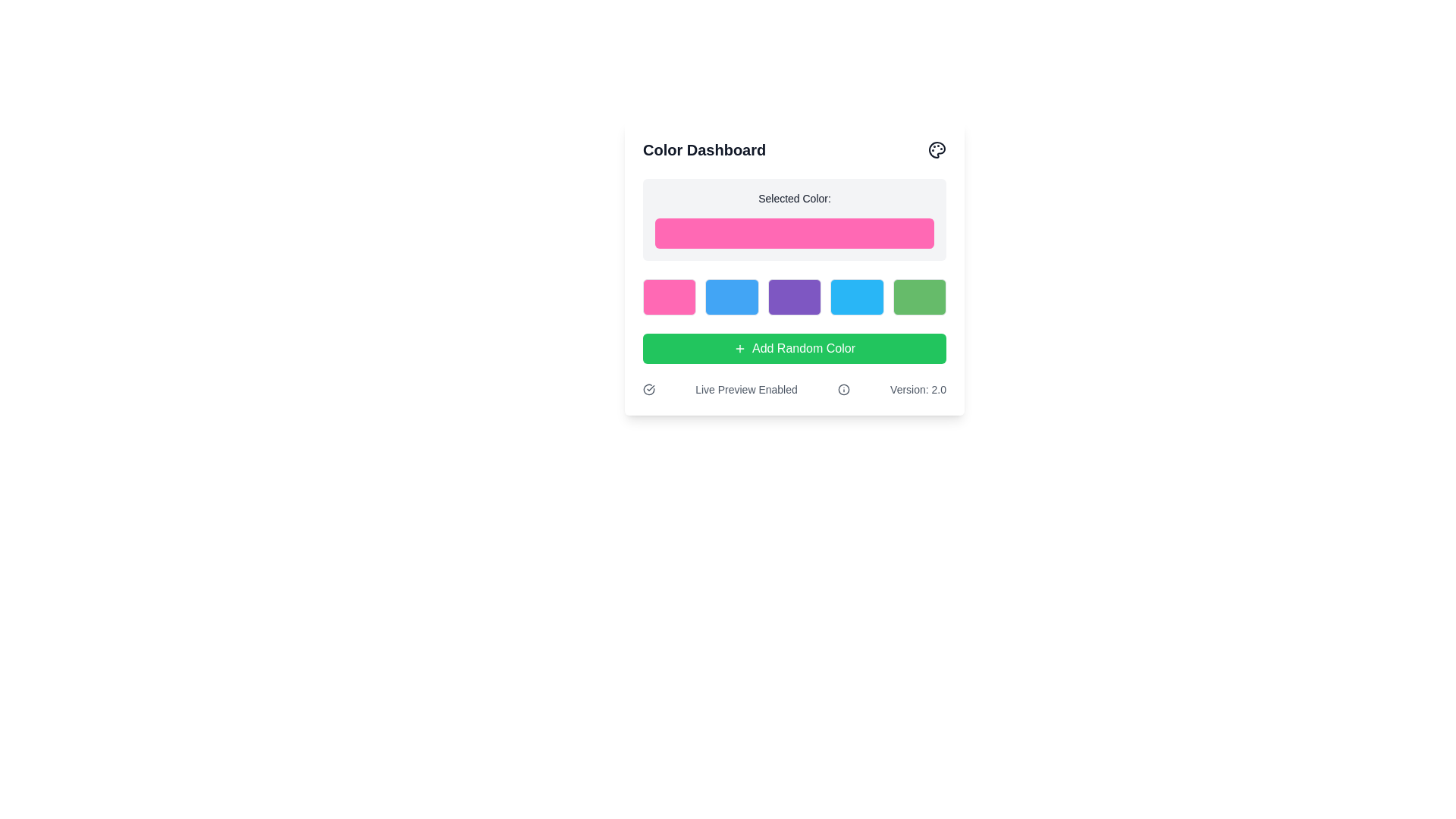 This screenshot has height=819, width=1456. What do you see at coordinates (793, 348) in the screenshot?
I see `the green rectangular button labeled 'Add Random Color' located in the 'Color Dashboard' card` at bounding box center [793, 348].